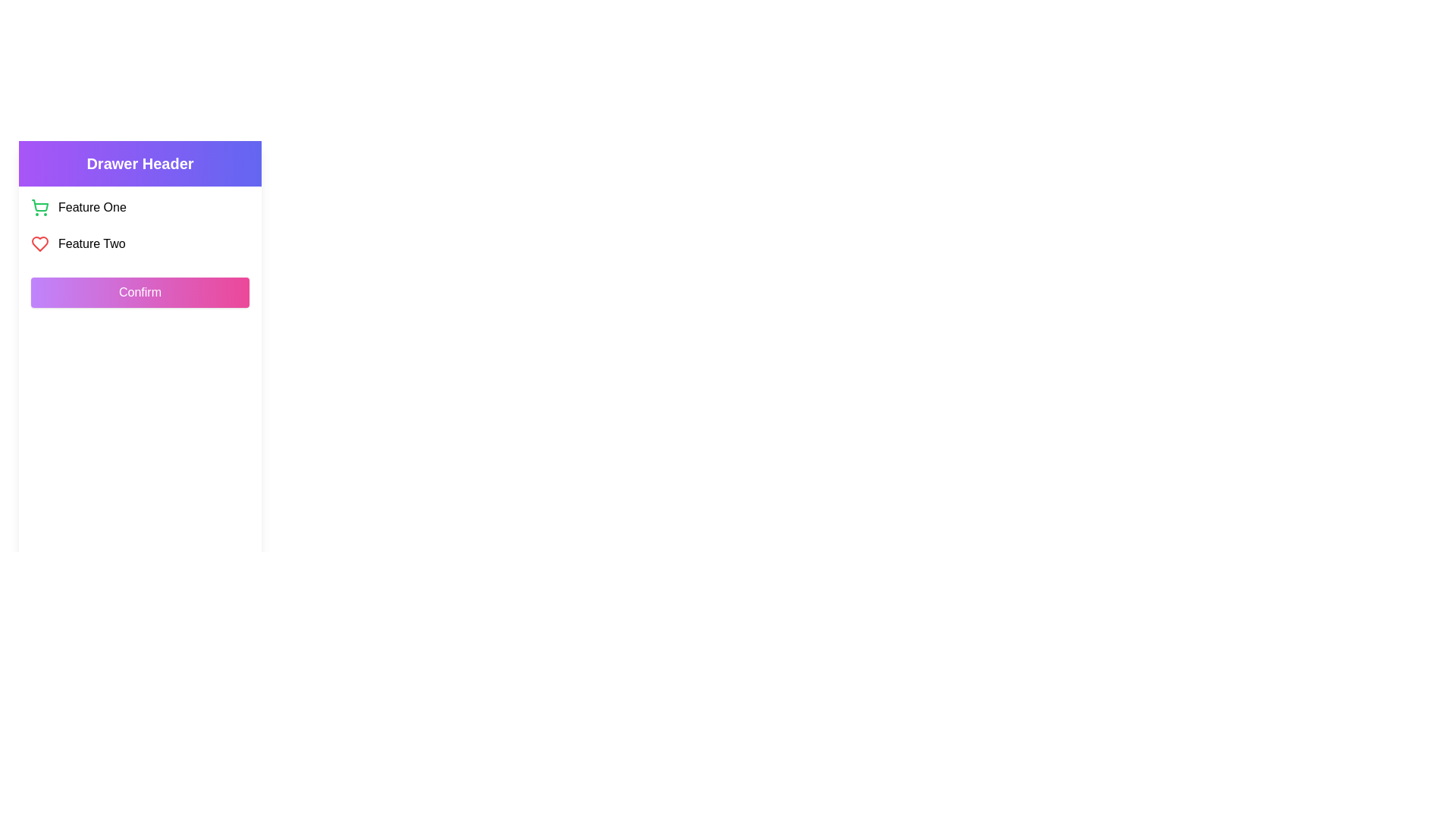  Describe the element at coordinates (39, 207) in the screenshot. I see `the shopping cart icon outlined in green, located to the left of the text 'Feature One' in the header section of the vertical list under 'Drawer Header'` at that location.